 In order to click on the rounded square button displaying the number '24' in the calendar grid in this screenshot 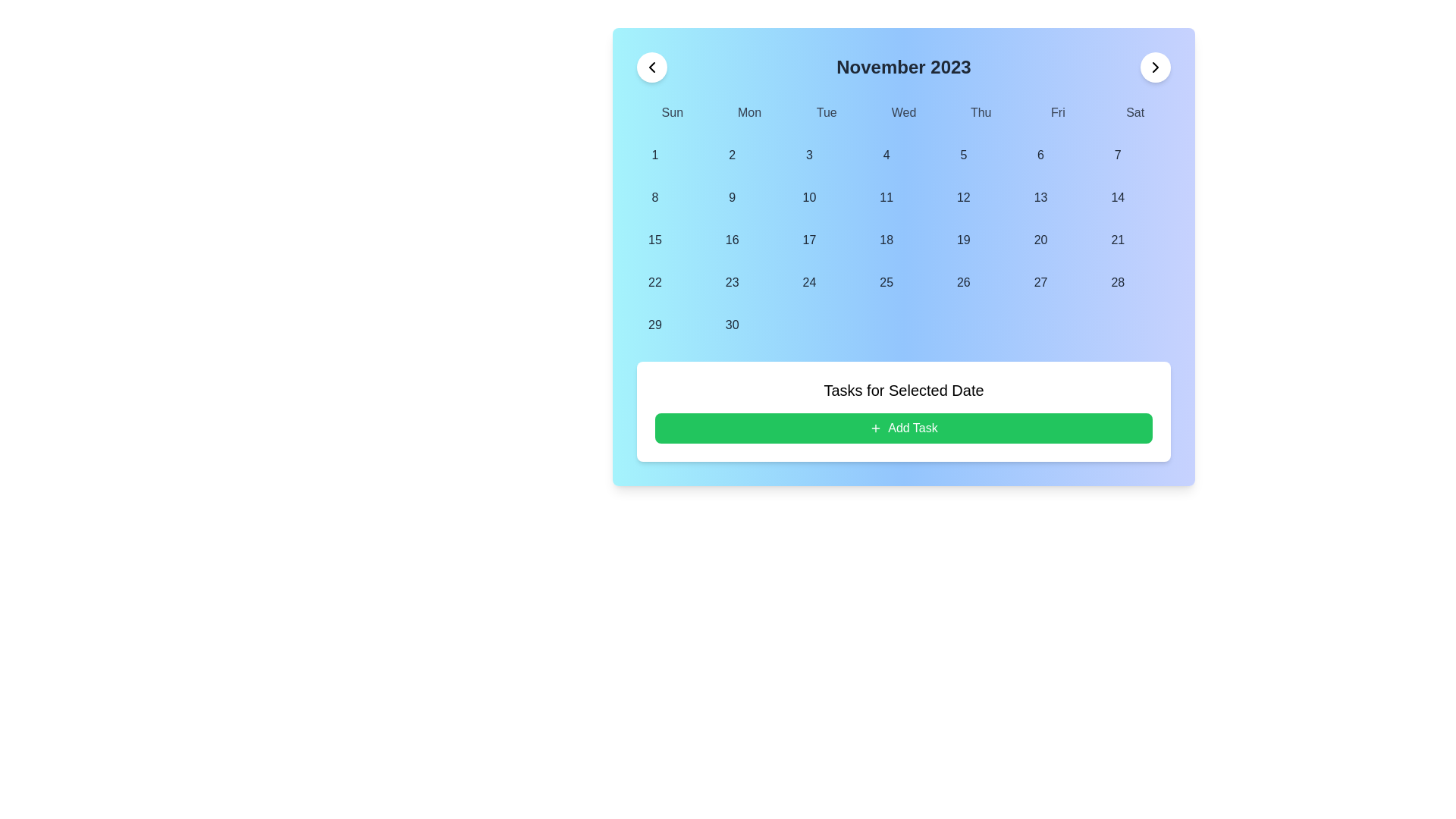, I will do `click(808, 283)`.